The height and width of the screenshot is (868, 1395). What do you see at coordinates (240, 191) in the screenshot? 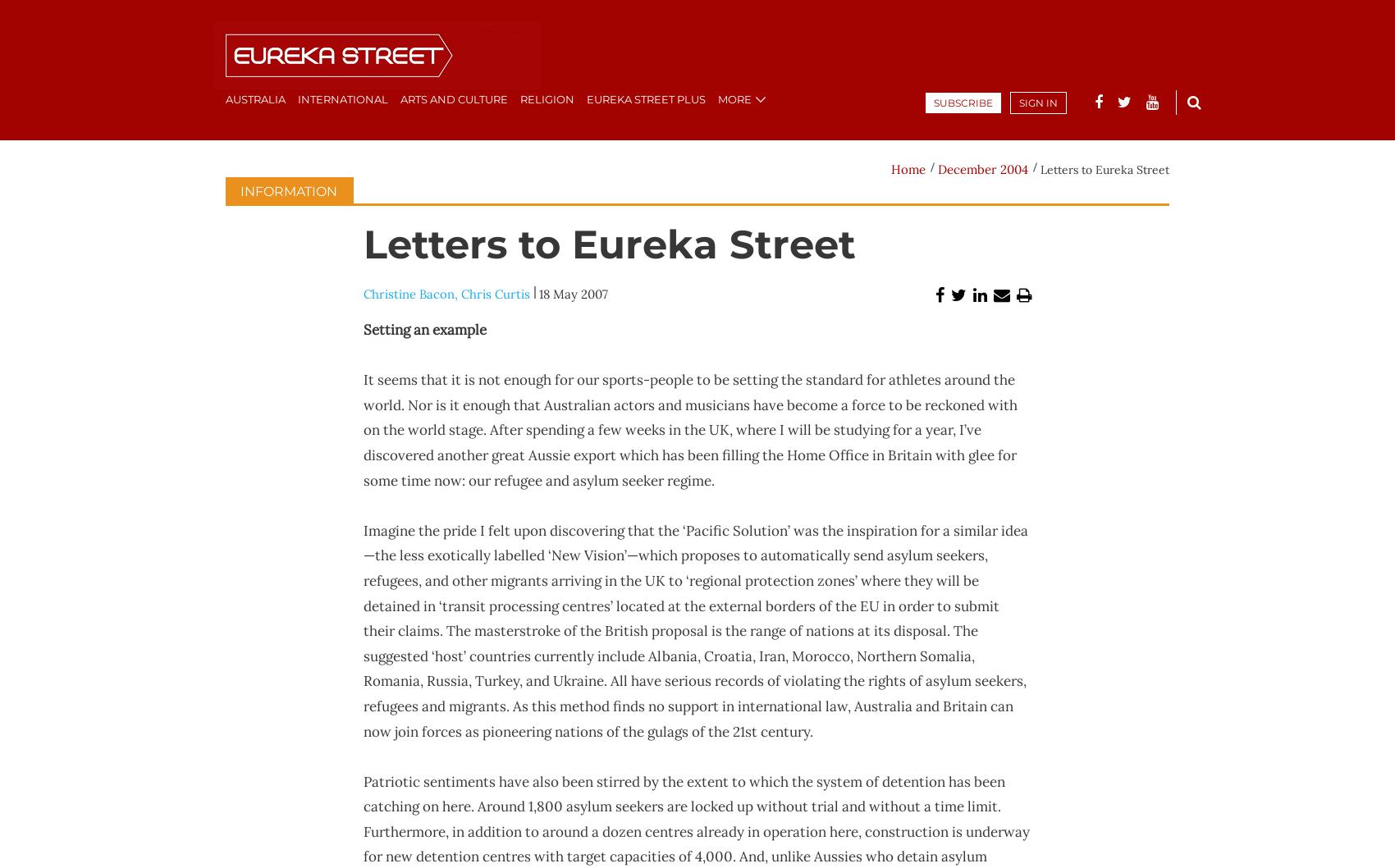
I see `'INFORMATION'` at bounding box center [240, 191].